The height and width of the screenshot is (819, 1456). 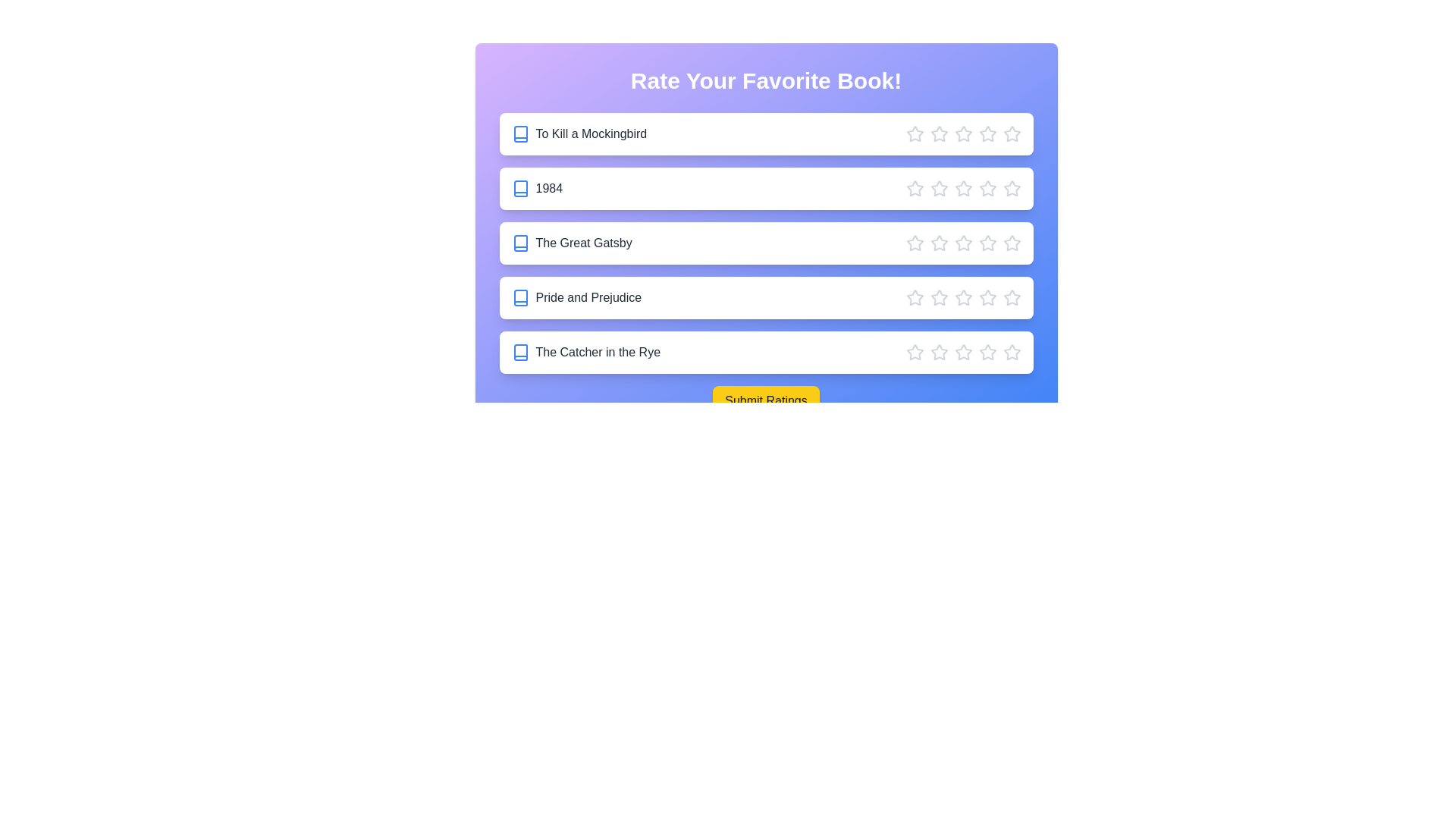 What do you see at coordinates (987, 298) in the screenshot?
I see `the star corresponding to 4 stars for the book Pride and Prejudice` at bounding box center [987, 298].